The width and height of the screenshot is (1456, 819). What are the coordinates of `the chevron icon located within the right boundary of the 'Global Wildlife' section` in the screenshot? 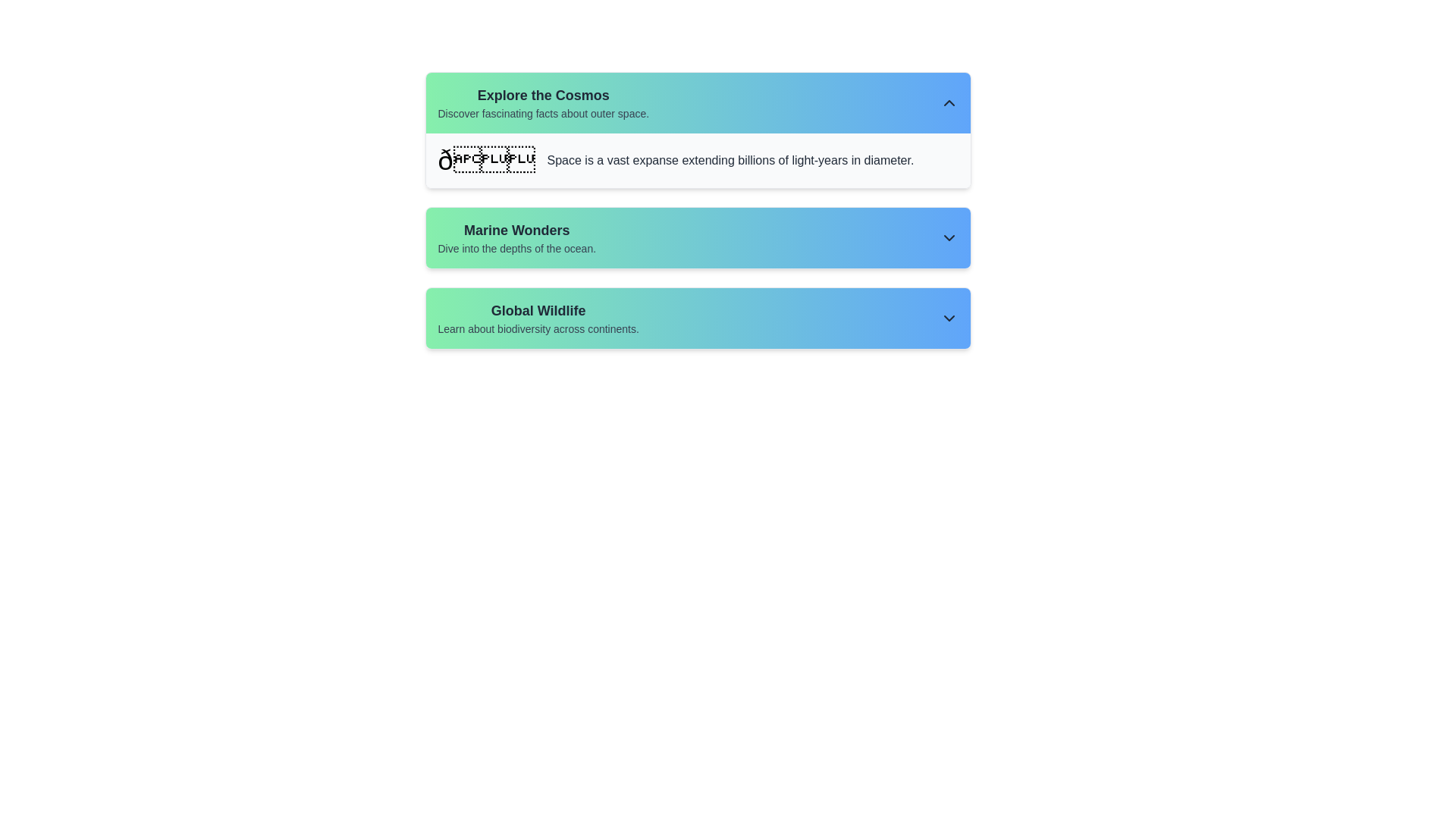 It's located at (948, 318).